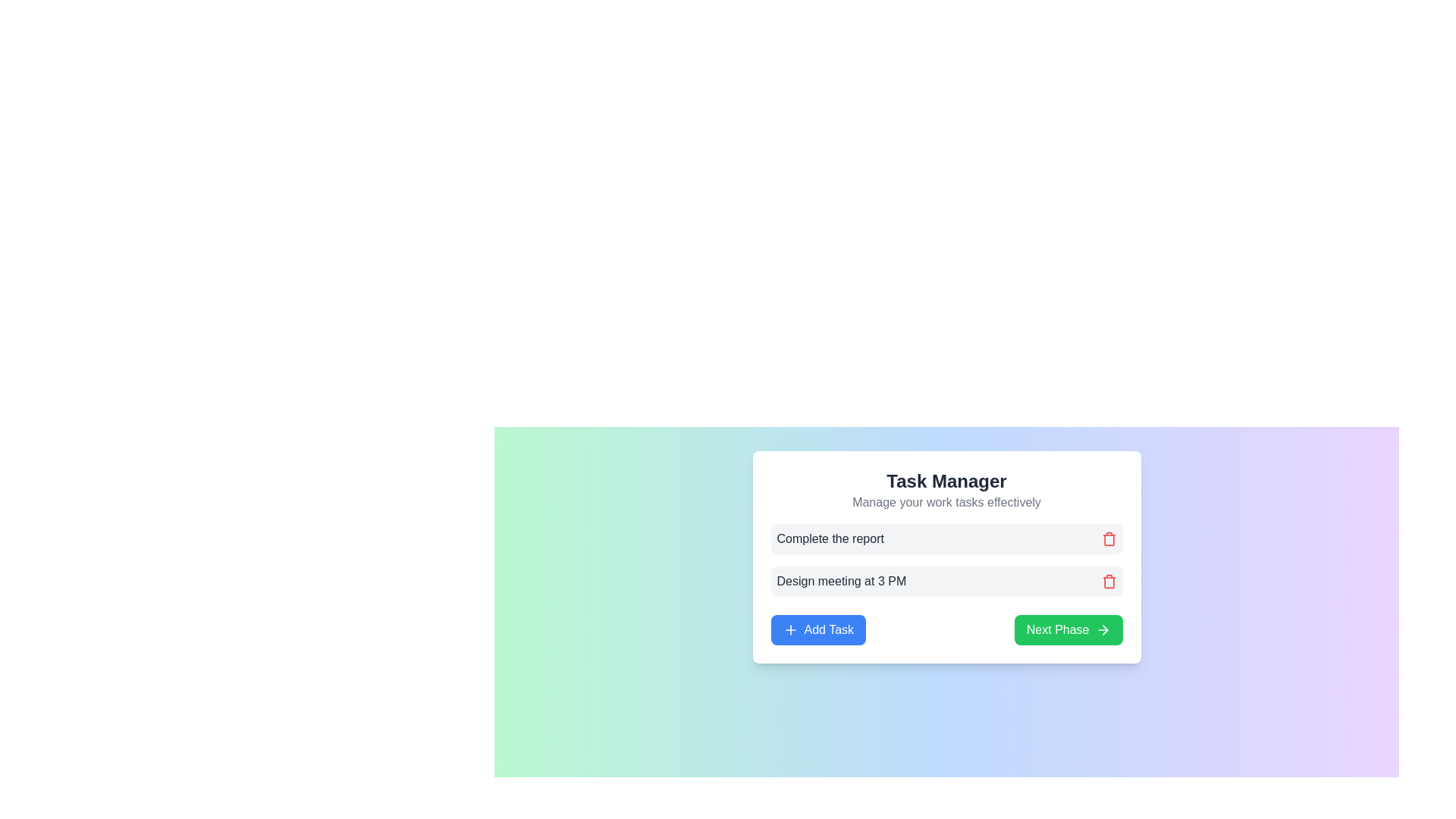  I want to click on the button located in the bottom-right corner of the task management section, so click(1068, 629).